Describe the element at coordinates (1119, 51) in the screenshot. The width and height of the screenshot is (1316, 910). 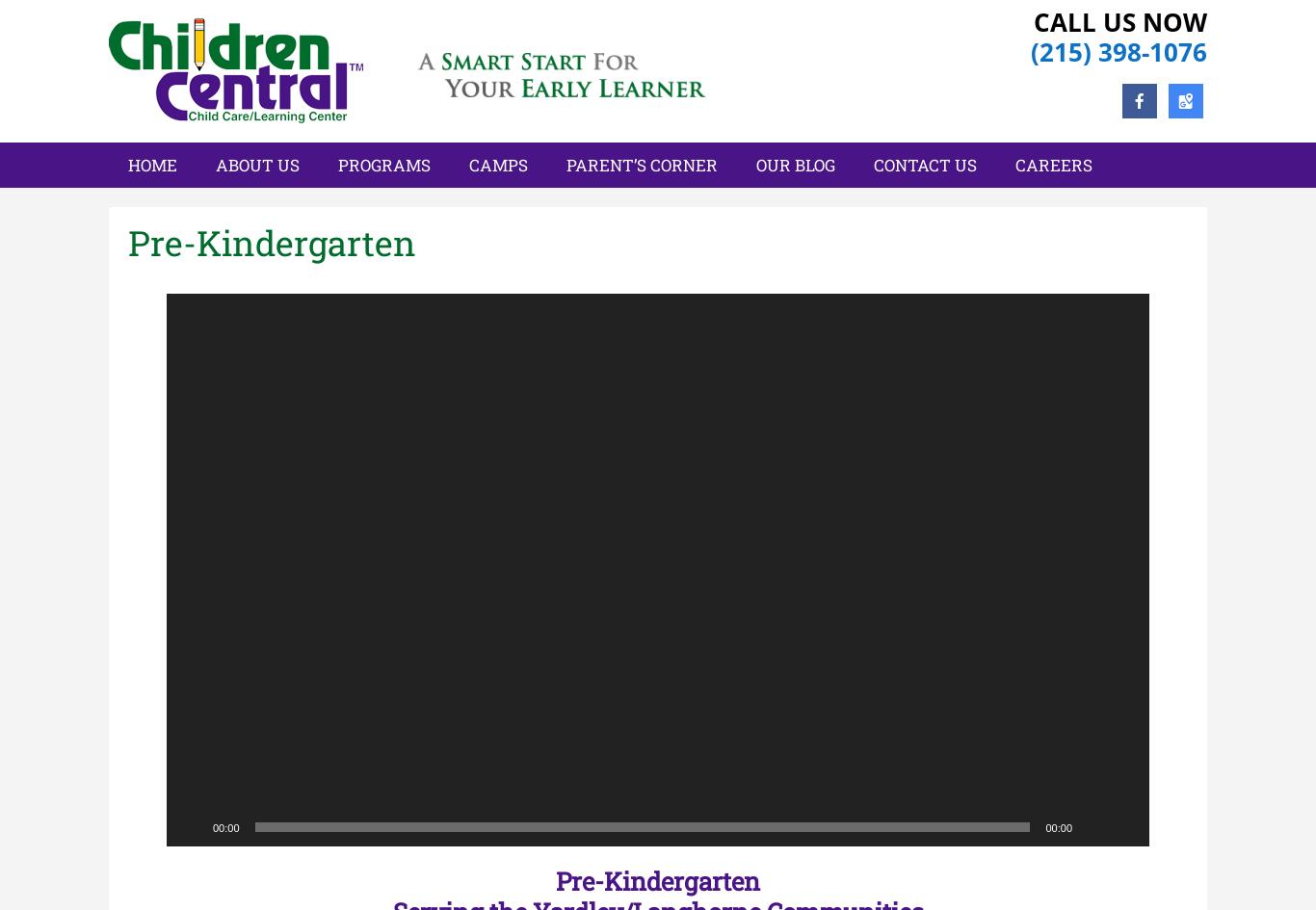
I see `'(215) 398-1076'` at that location.